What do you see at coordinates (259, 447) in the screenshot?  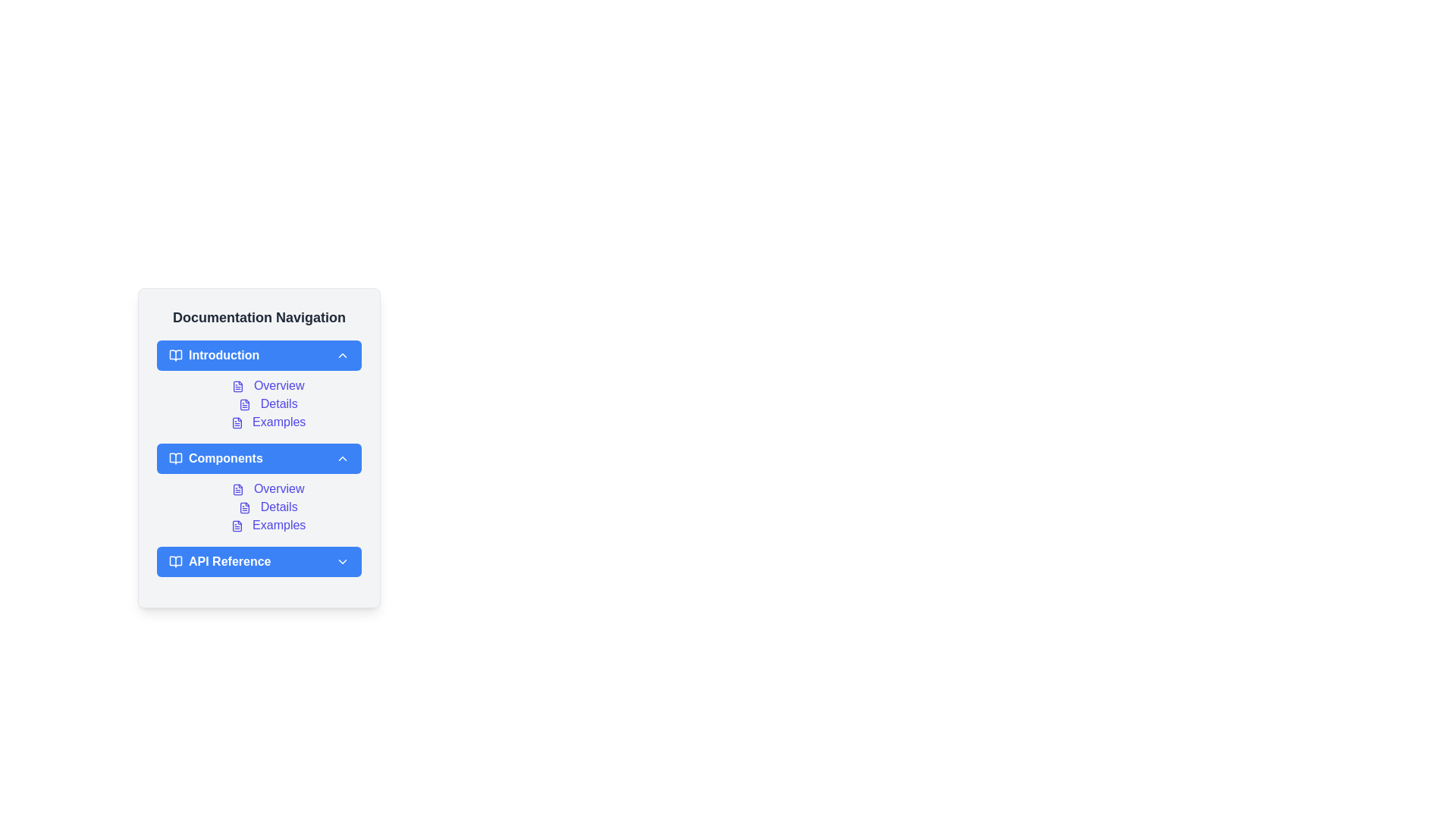 I see `the 'Components' interactive expandable menu section located below the 'Introduction' section` at bounding box center [259, 447].